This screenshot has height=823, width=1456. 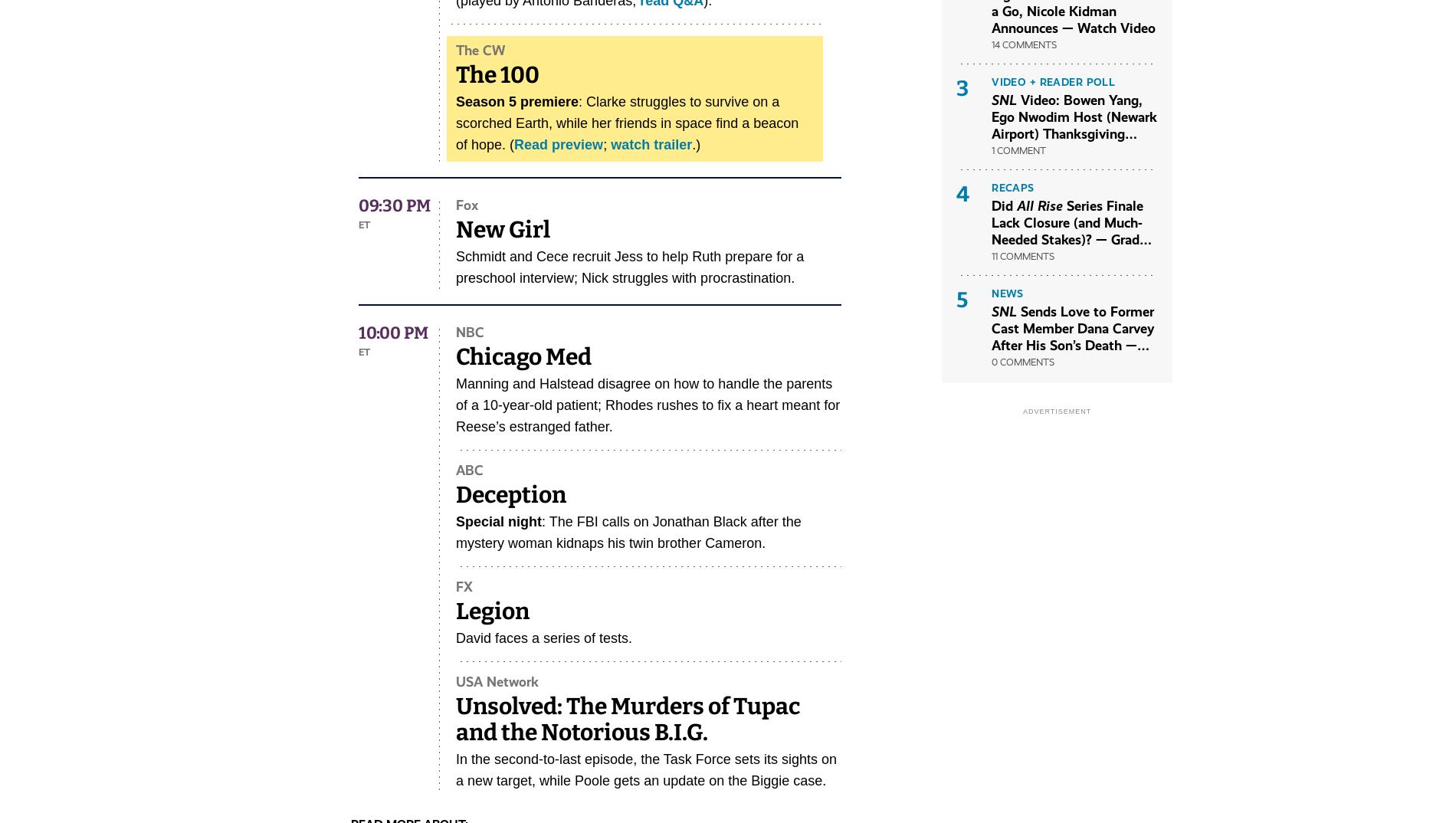 What do you see at coordinates (991, 361) in the screenshot?
I see `'0 Comments'` at bounding box center [991, 361].